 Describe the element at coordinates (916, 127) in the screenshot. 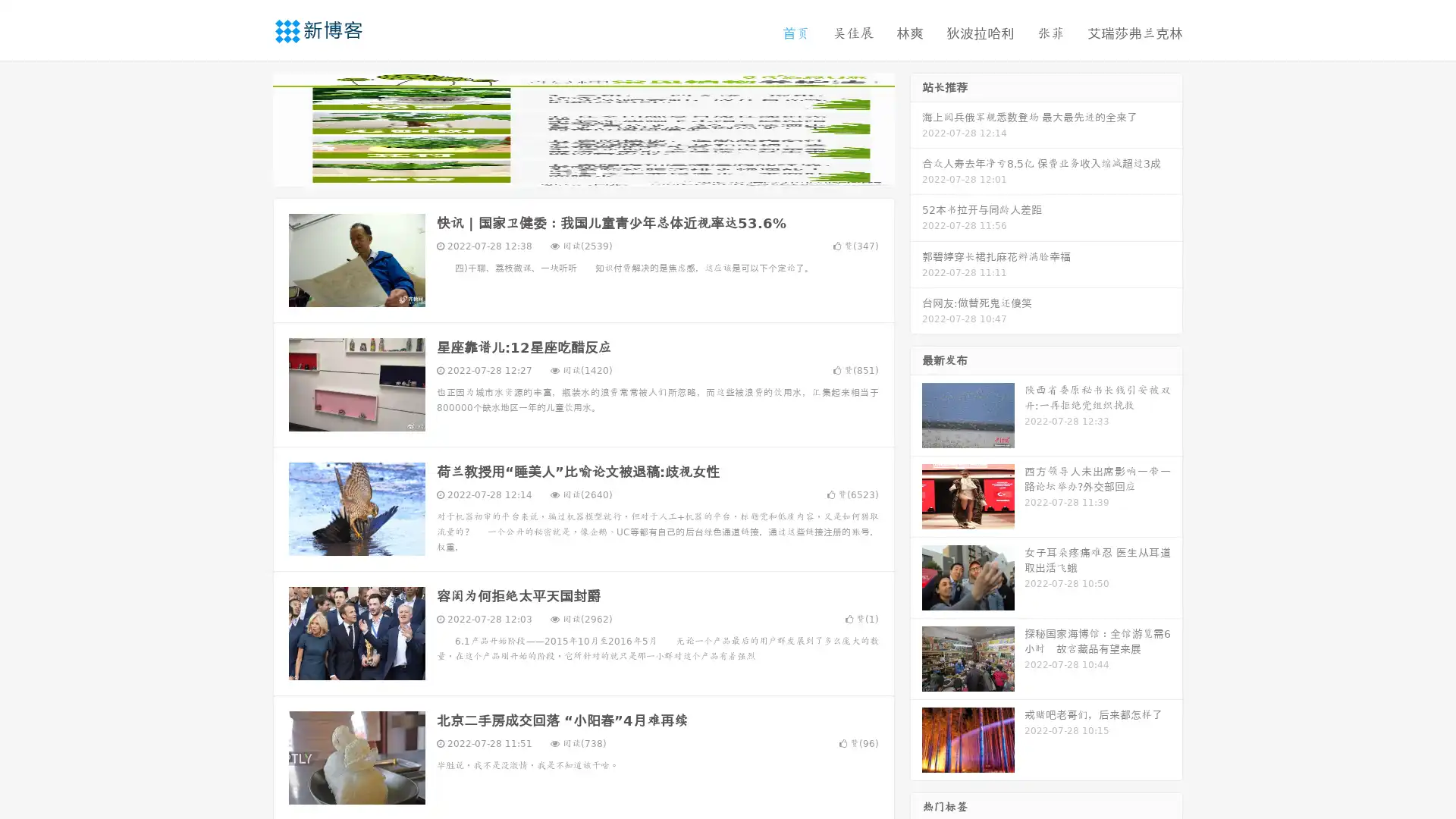

I see `Next slide` at that location.